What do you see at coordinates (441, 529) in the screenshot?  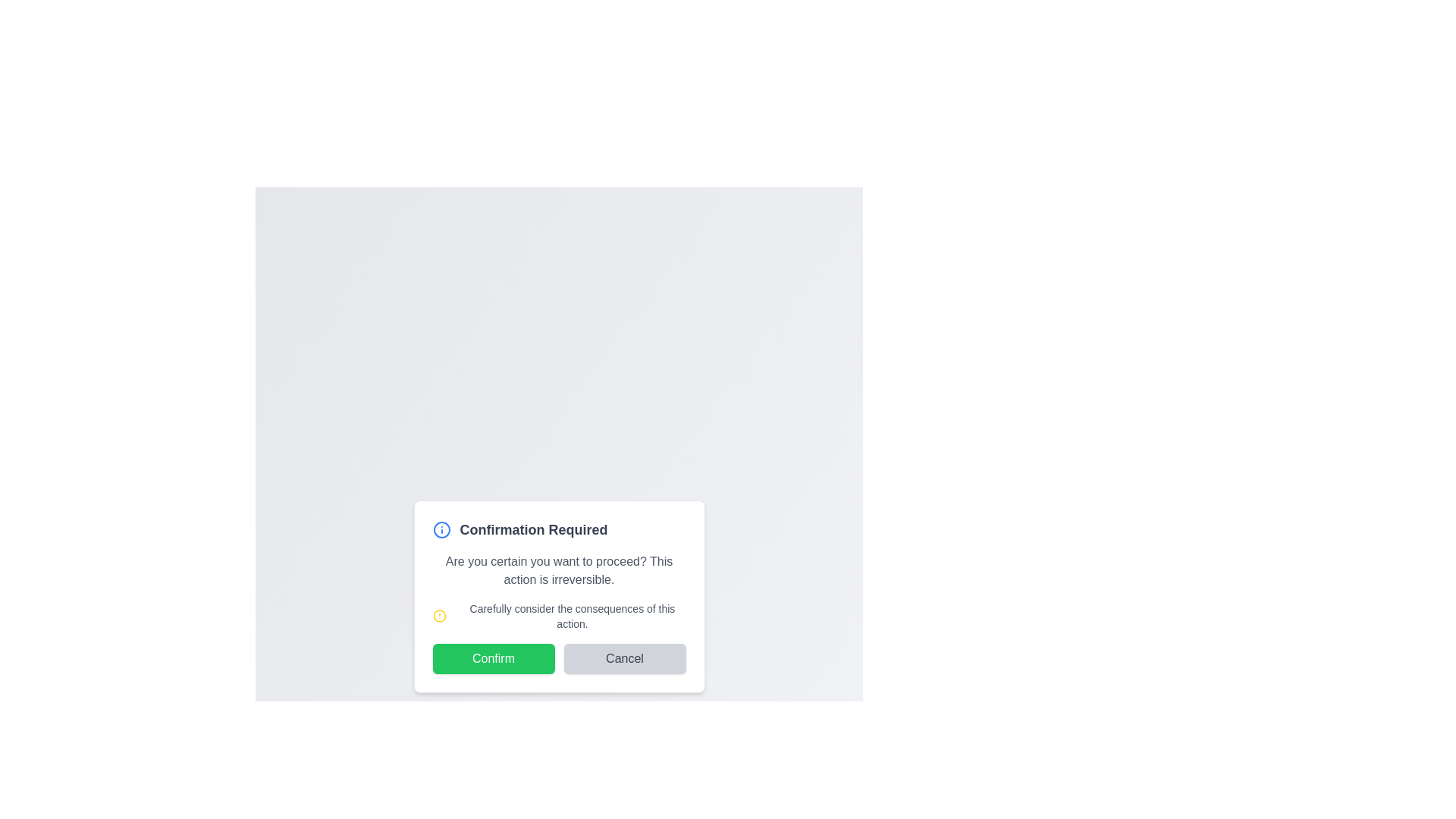 I see `the circular icon with a blue border and information symbol located to the left of the text 'Confirmation Required'` at bounding box center [441, 529].